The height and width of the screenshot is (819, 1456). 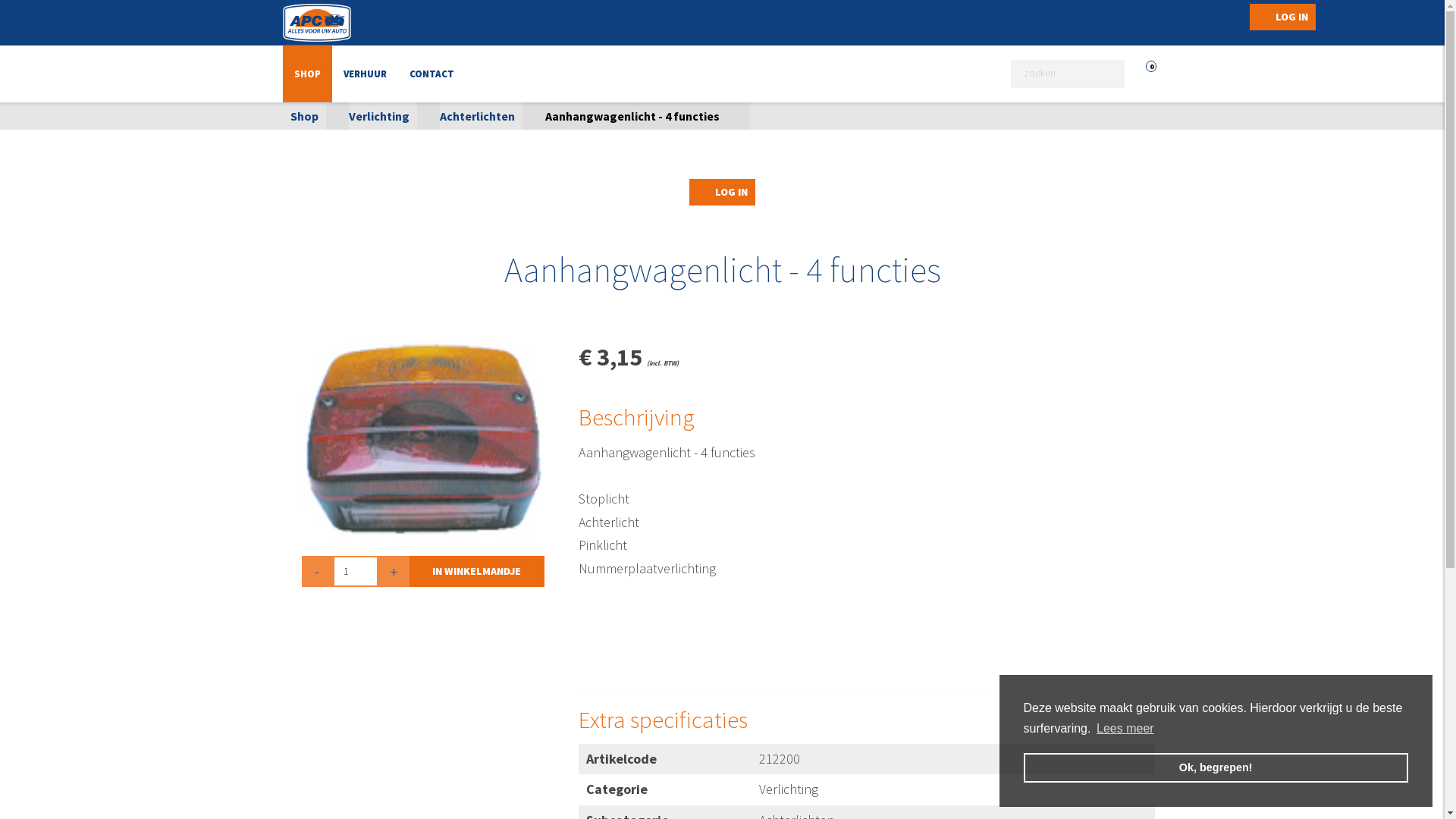 I want to click on 'Shop', so click(x=303, y=115).